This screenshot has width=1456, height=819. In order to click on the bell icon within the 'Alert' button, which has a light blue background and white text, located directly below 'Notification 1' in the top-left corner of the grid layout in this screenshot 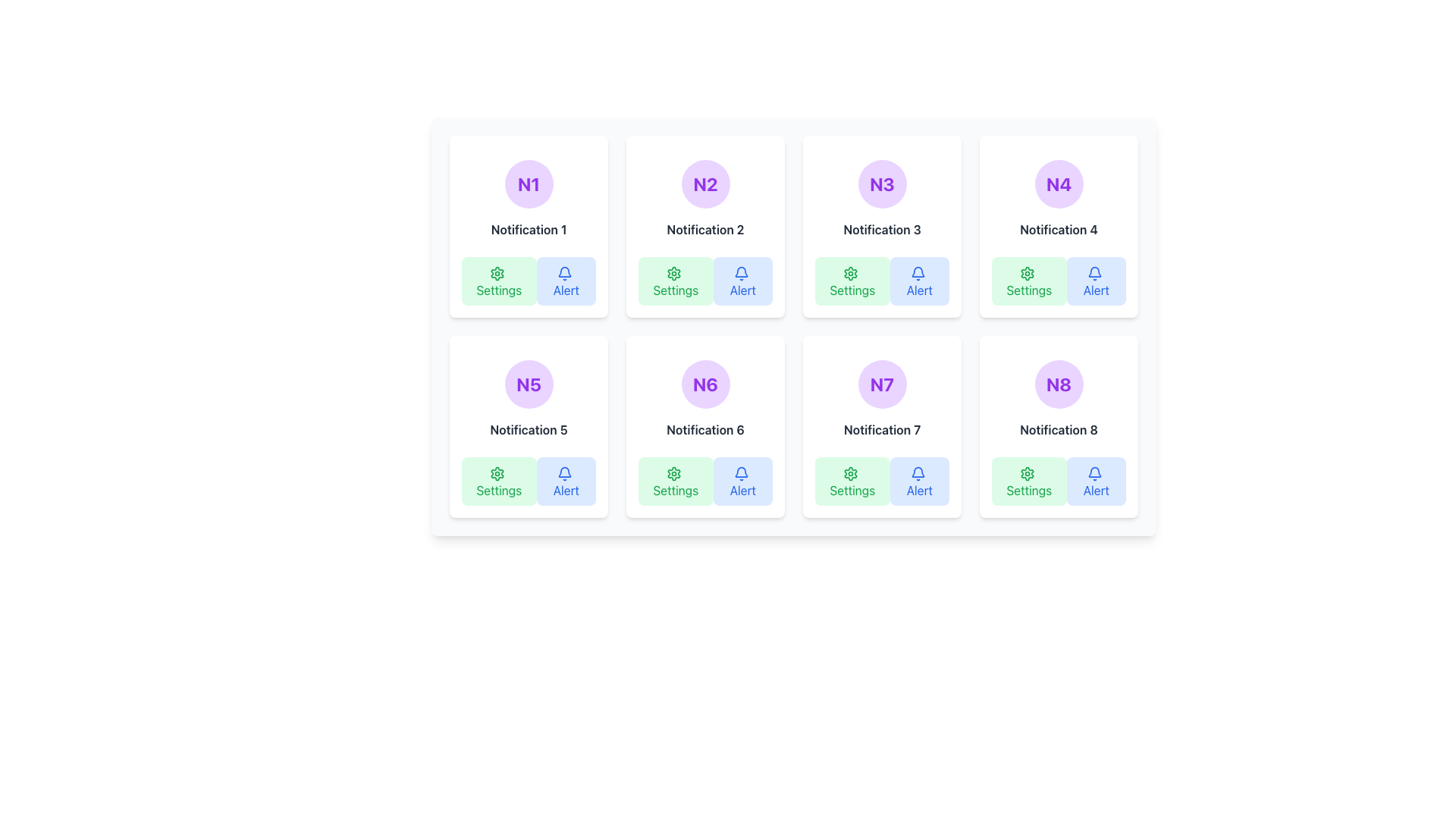, I will do `click(563, 273)`.